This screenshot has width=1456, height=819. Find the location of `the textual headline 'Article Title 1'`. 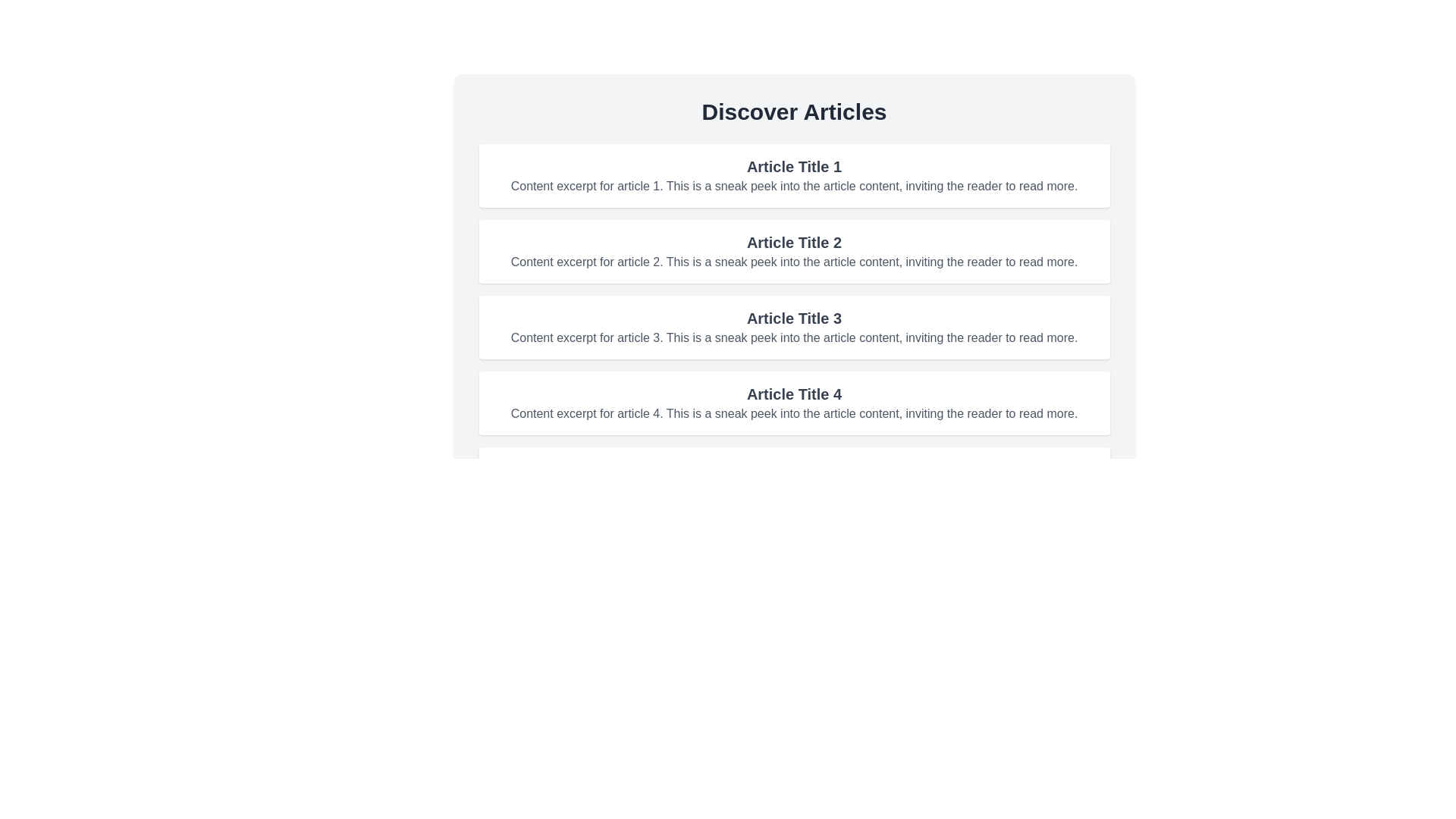

the textual headline 'Article Title 1' is located at coordinates (793, 166).